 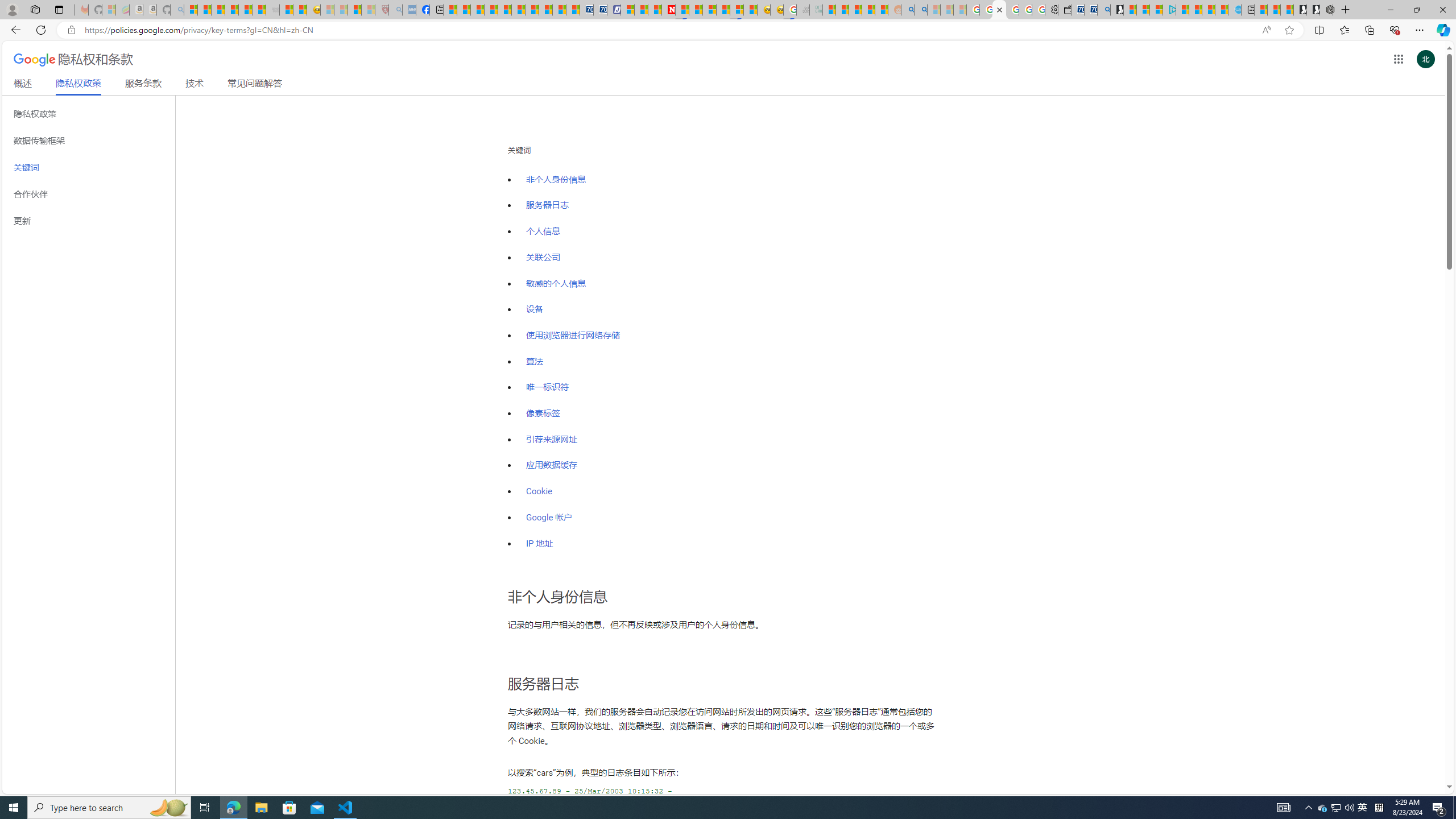 I want to click on '12 Popular Science Lies that Must be Corrected - Sleeping', so click(x=368, y=9).